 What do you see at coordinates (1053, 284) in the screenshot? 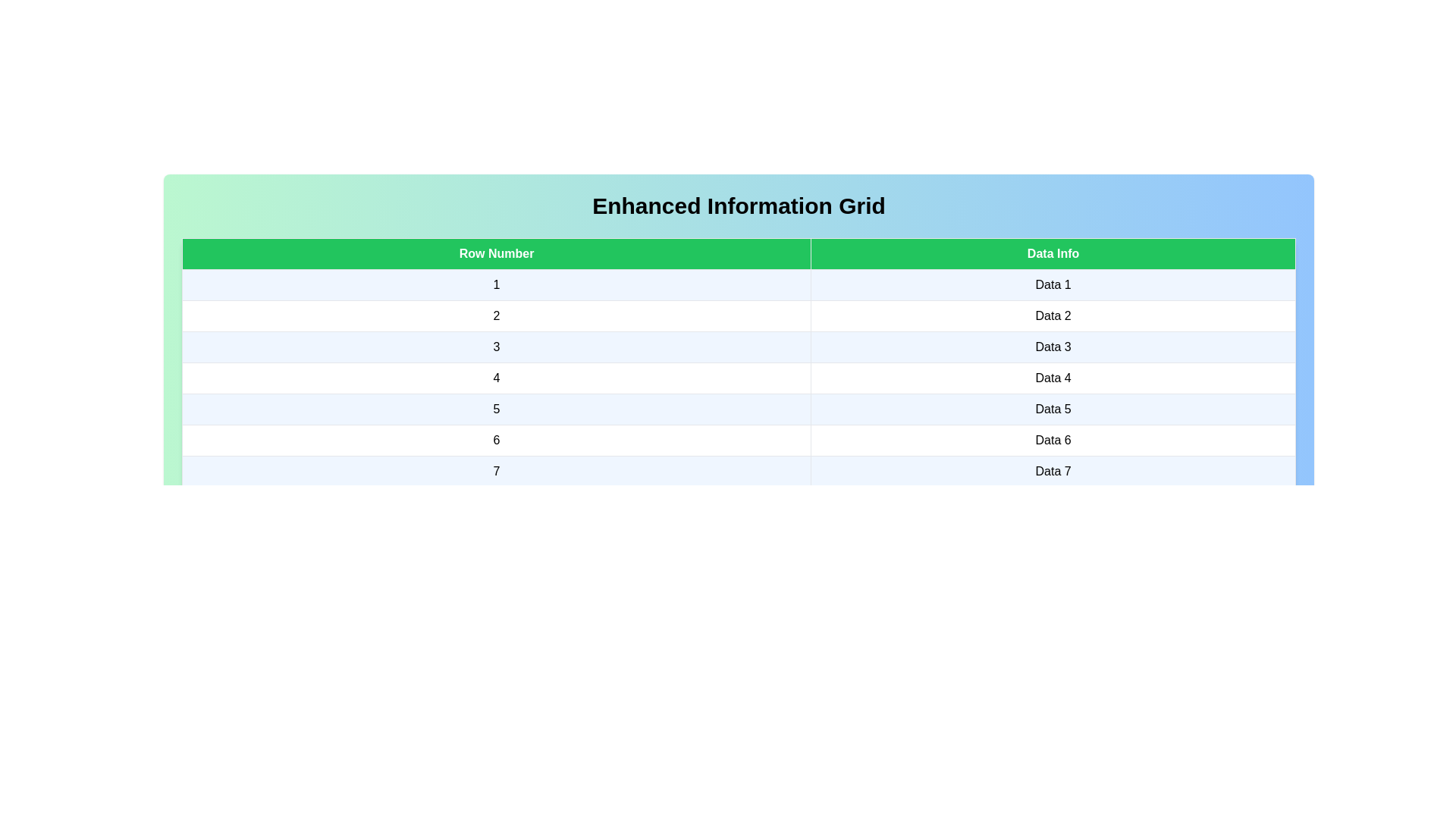
I see `the cell containing the text Data 1` at bounding box center [1053, 284].